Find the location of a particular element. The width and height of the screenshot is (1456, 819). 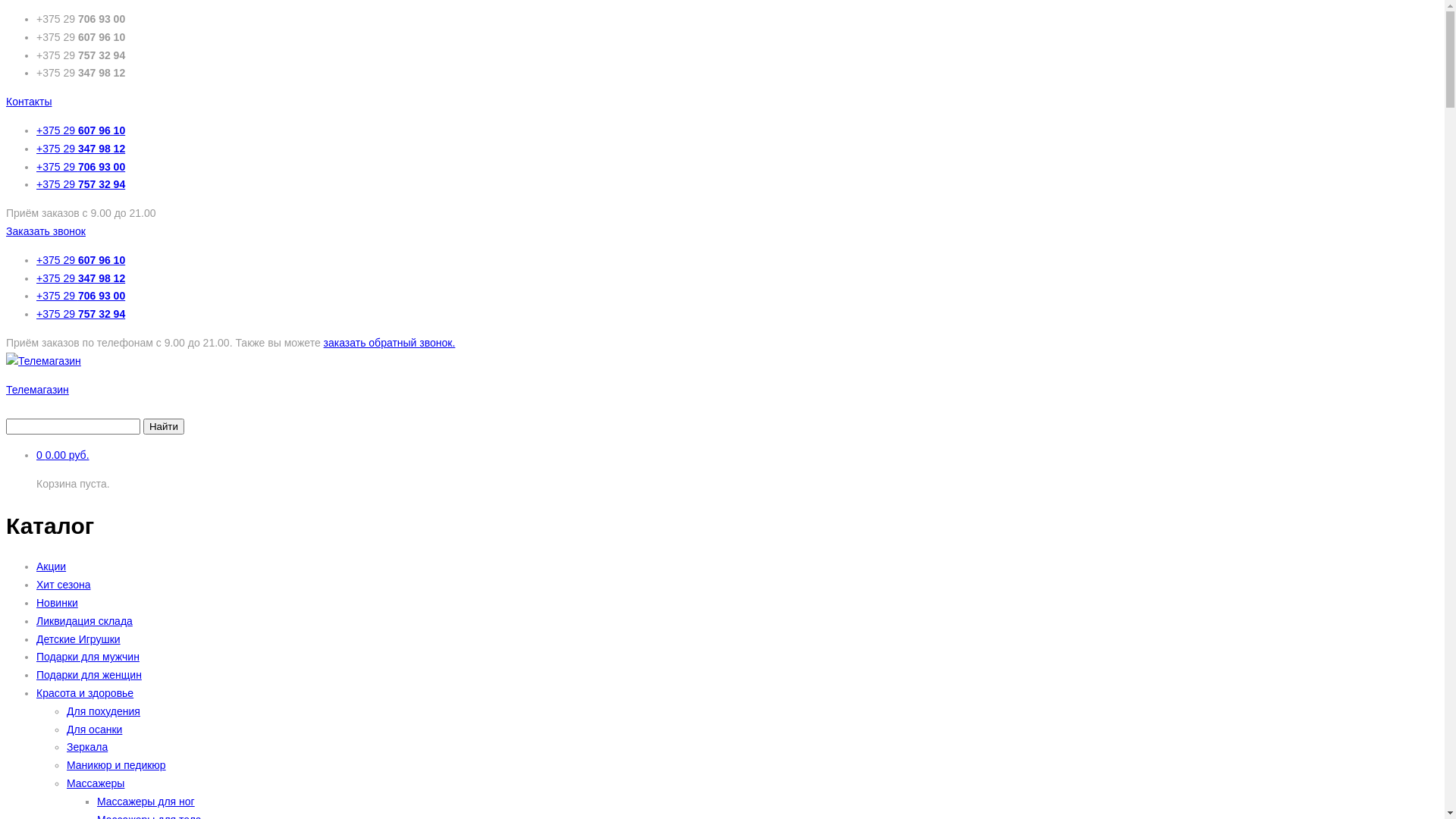

'+375 29 706 93 00' is located at coordinates (80, 295).